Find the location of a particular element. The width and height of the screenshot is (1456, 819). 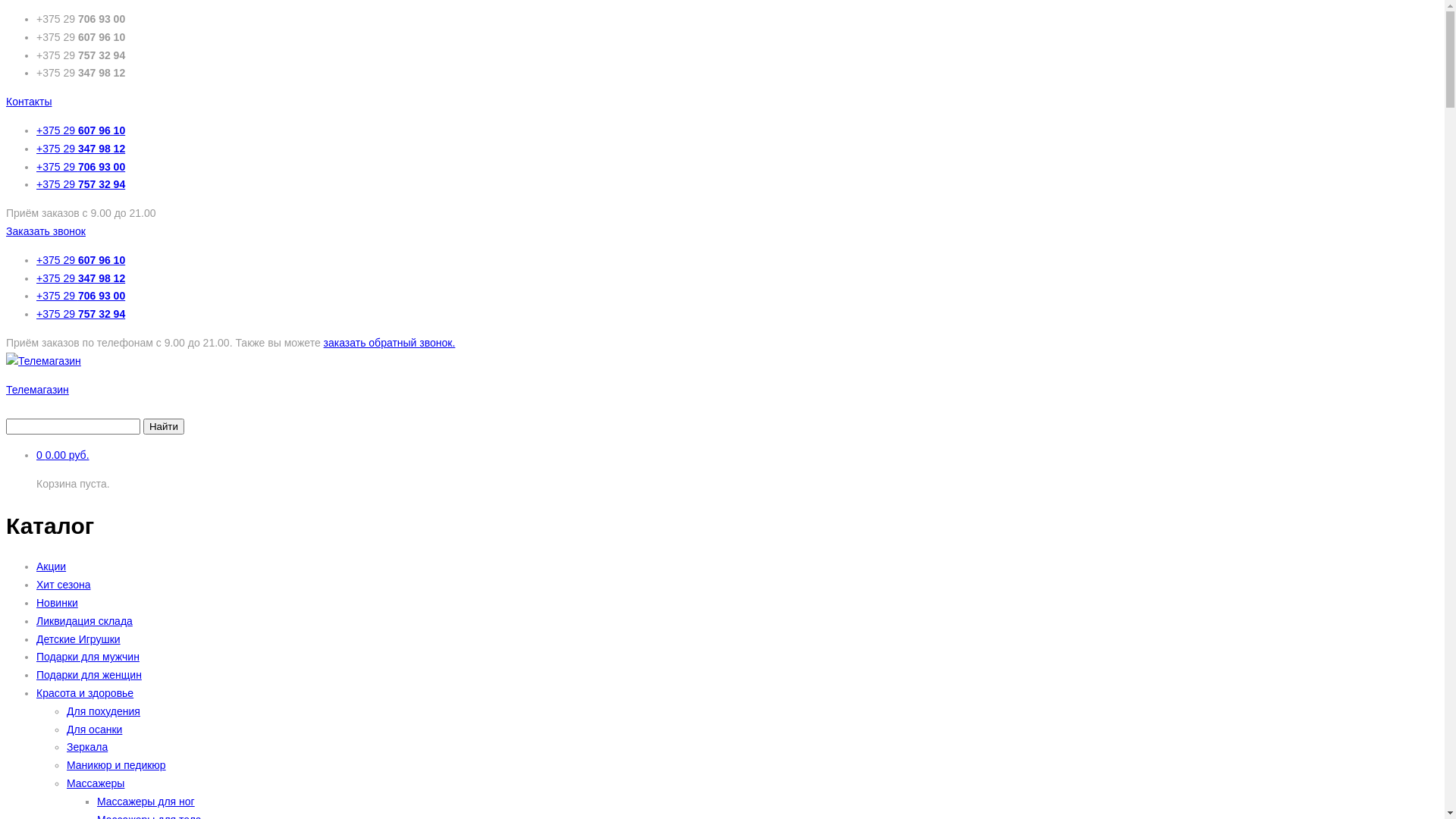

'+375 29 706 93 00' is located at coordinates (80, 295).